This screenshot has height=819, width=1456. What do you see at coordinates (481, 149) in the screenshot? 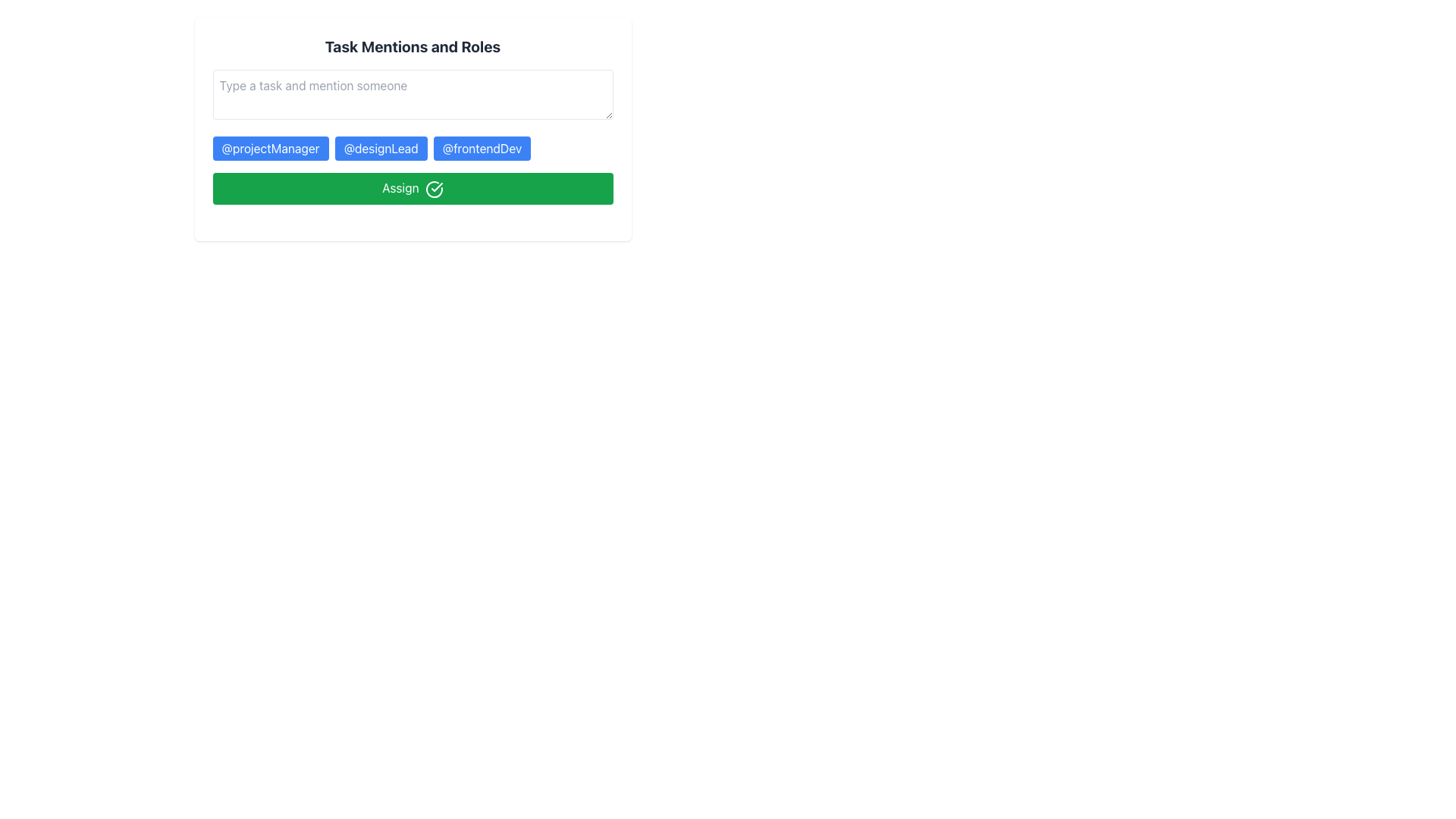
I see `the button with a blue background and white text displaying '@frontendDev', which is the third button in a row of three` at bounding box center [481, 149].